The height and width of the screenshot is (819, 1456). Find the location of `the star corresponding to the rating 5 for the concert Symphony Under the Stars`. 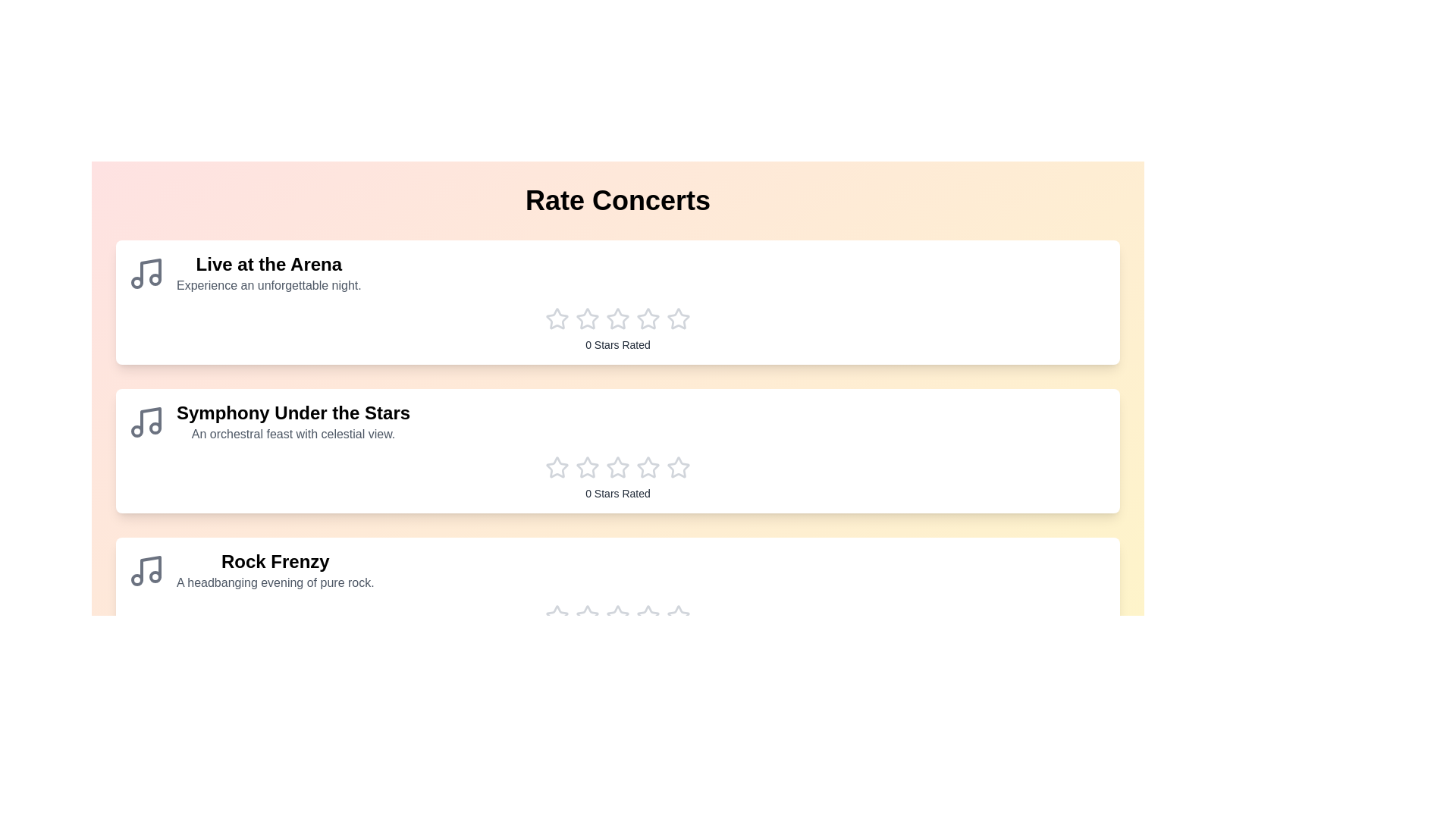

the star corresponding to the rating 5 for the concert Symphony Under the Stars is located at coordinates (677, 467).